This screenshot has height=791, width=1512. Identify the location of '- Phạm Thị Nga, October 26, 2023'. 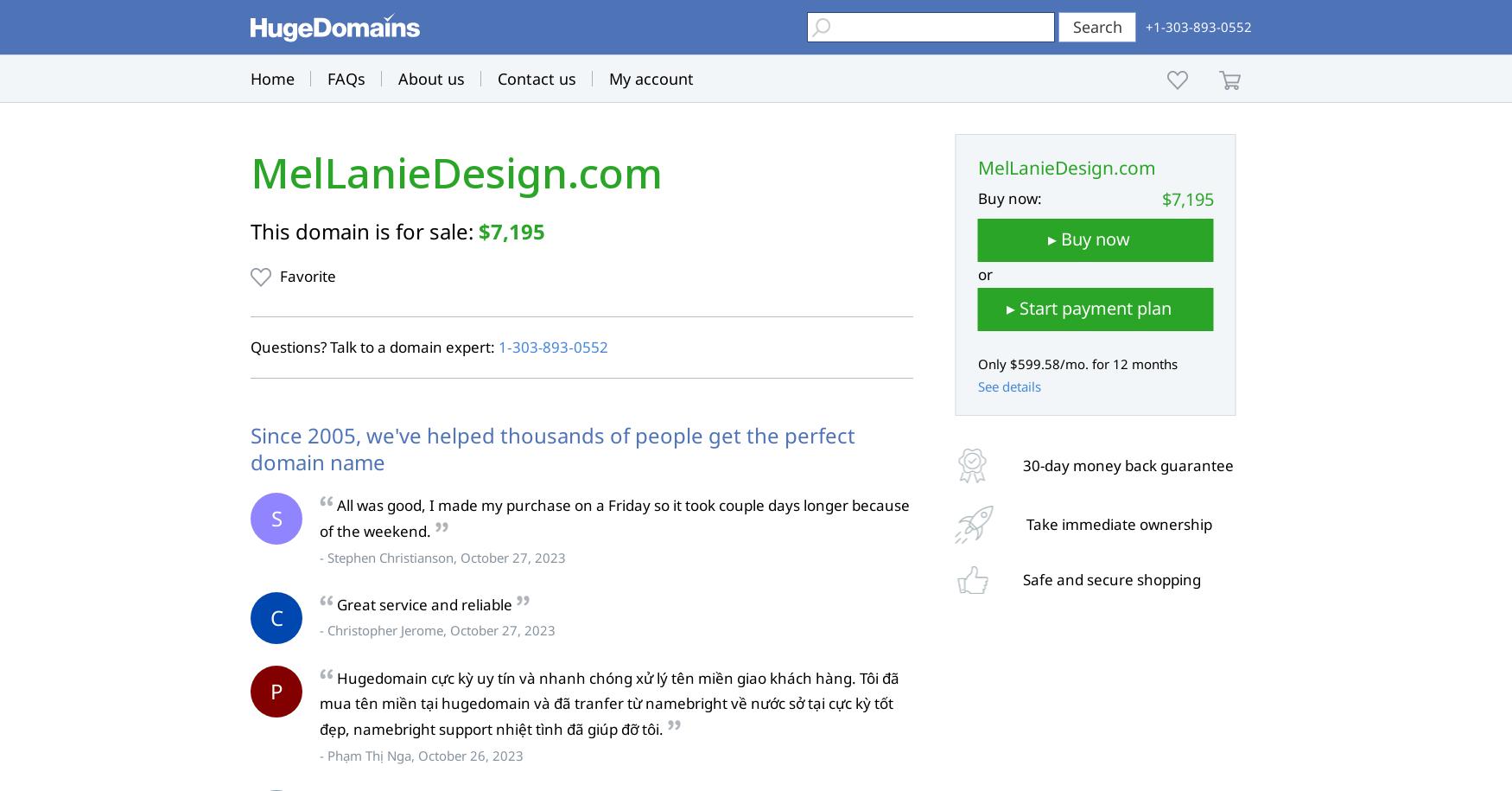
(422, 754).